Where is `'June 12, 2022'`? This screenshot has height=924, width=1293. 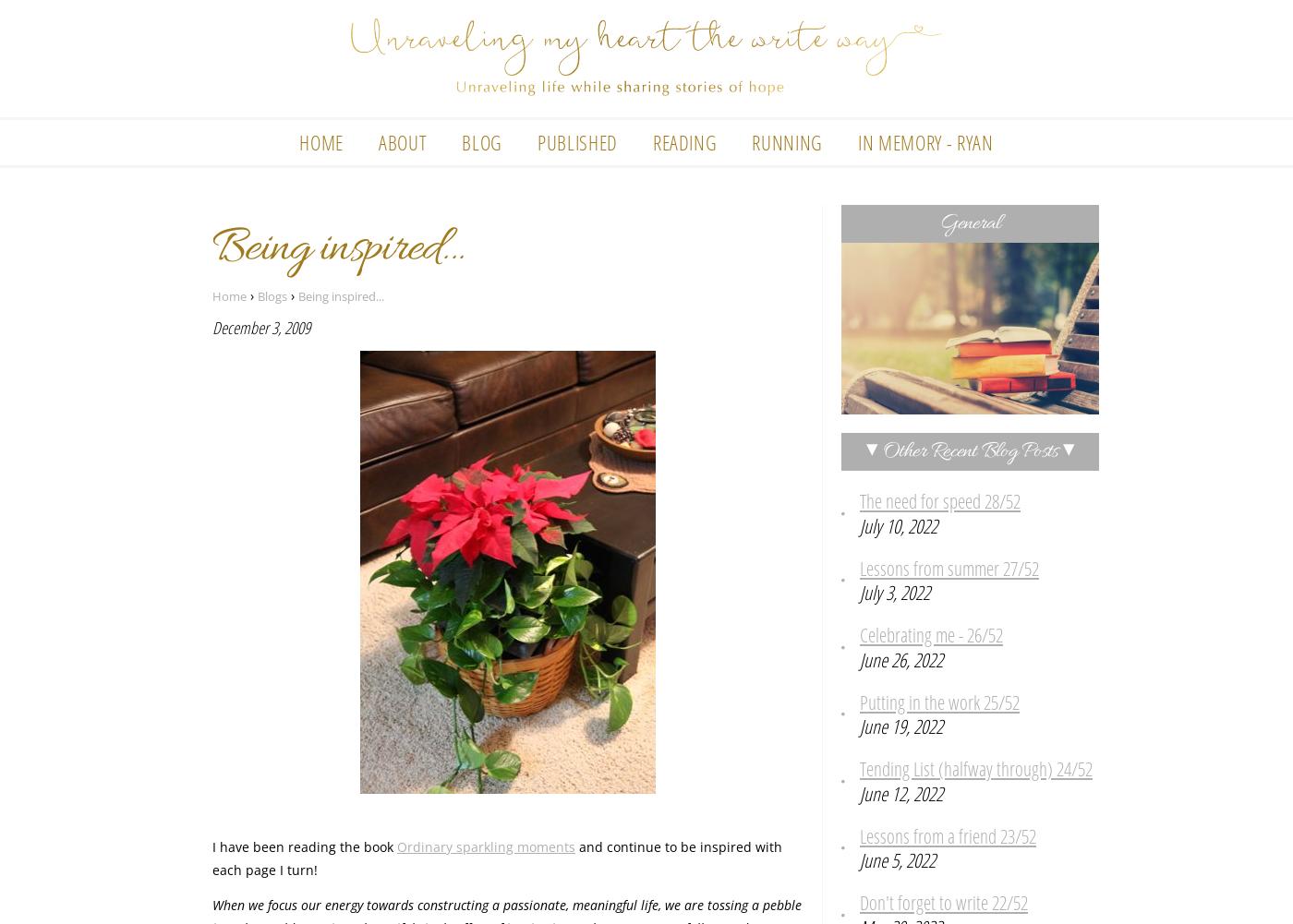 'June 12, 2022' is located at coordinates (900, 792).